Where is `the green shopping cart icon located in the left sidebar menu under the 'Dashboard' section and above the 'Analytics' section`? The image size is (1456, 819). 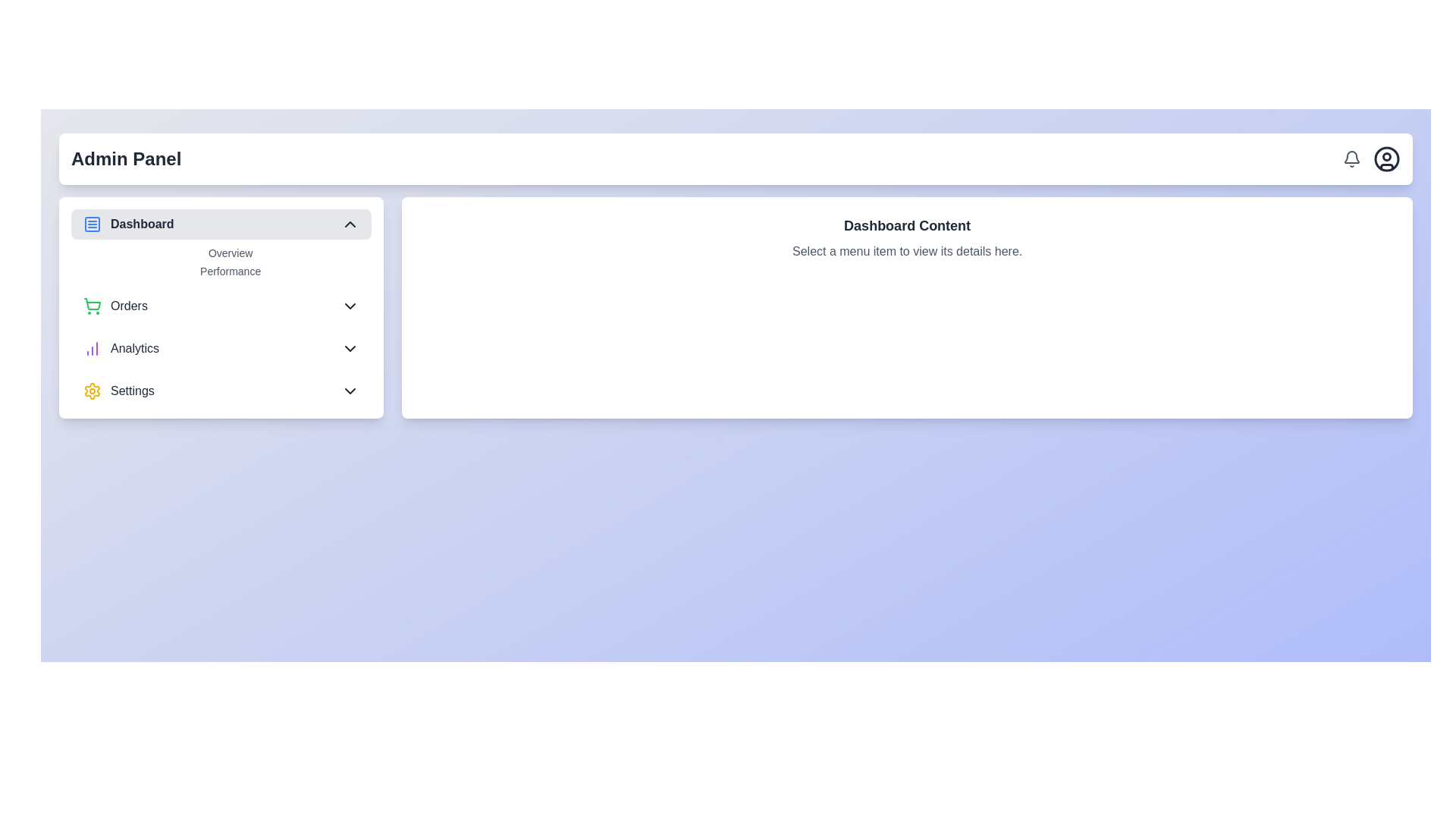 the green shopping cart icon located in the left sidebar menu under the 'Dashboard' section and above the 'Analytics' section is located at coordinates (91, 306).